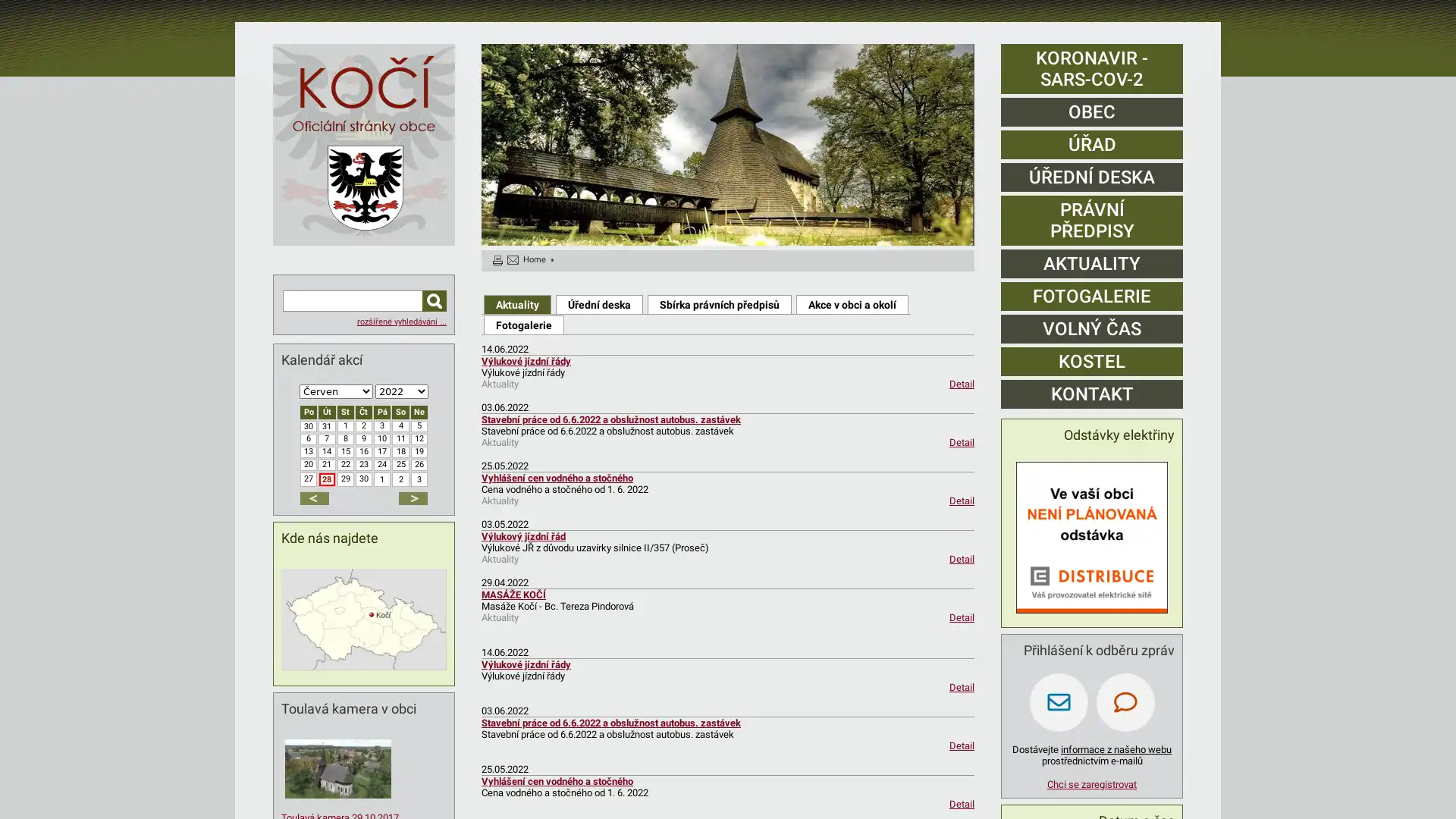  Describe the element at coordinates (413, 497) in the screenshot. I see `dalsi` at that location.